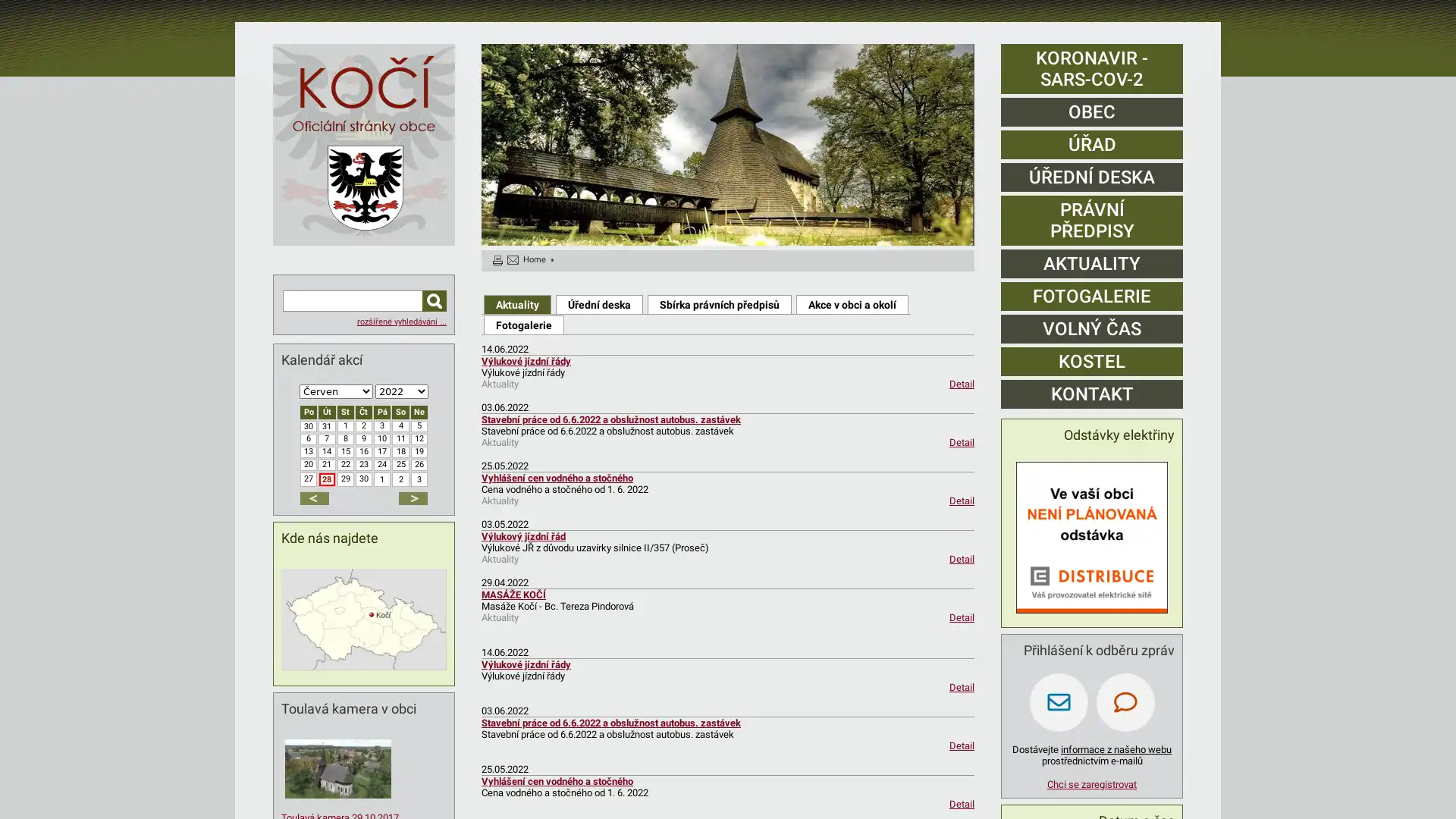  Describe the element at coordinates (413, 497) in the screenshot. I see `dalsi` at that location.